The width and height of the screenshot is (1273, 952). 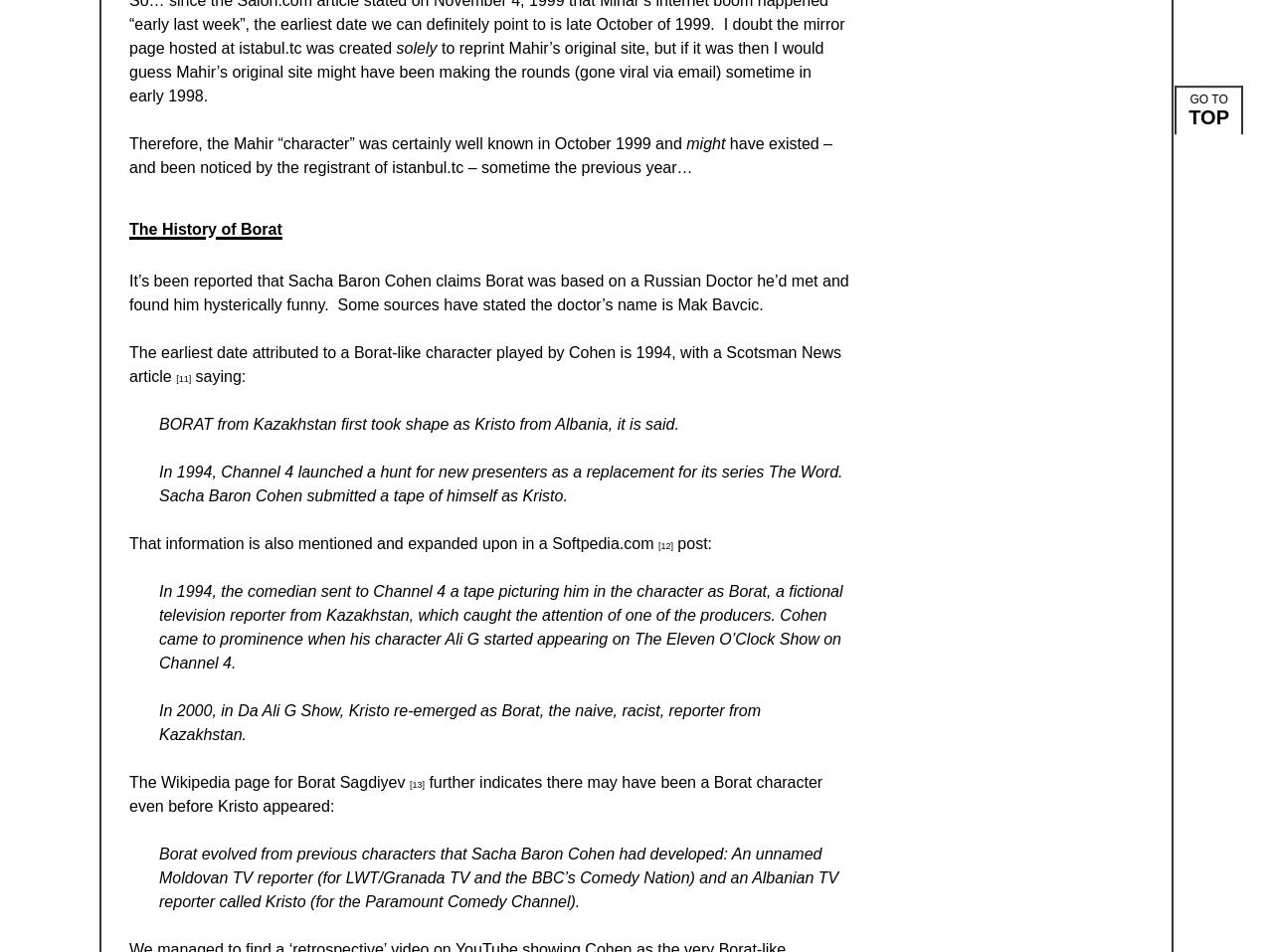 I want to click on 'That information is also mentioned and expanded upon in a Softpedia.com', so click(x=393, y=542).